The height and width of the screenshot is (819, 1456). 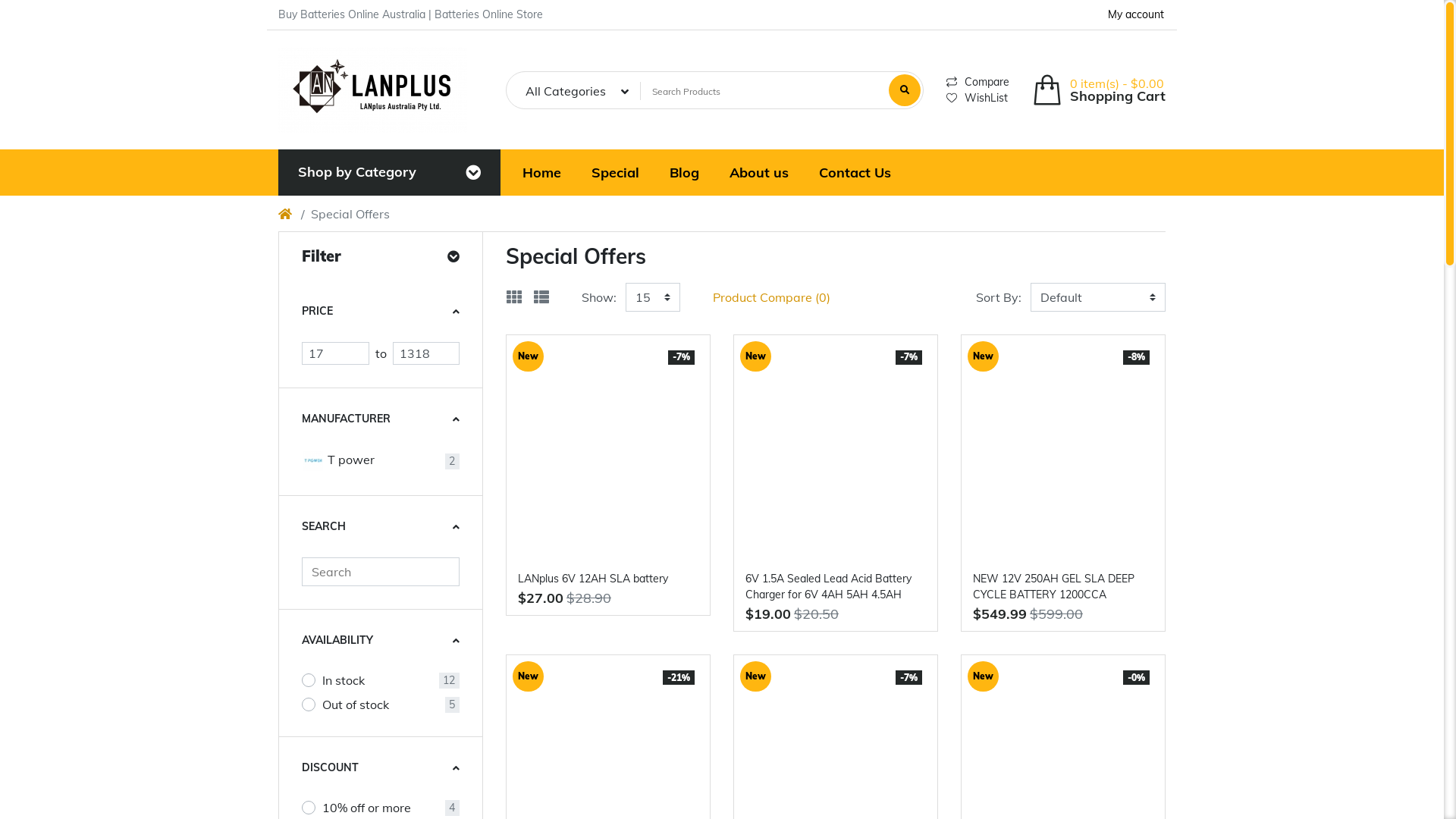 I want to click on 'Quick view', so click(x=1079, y=640).